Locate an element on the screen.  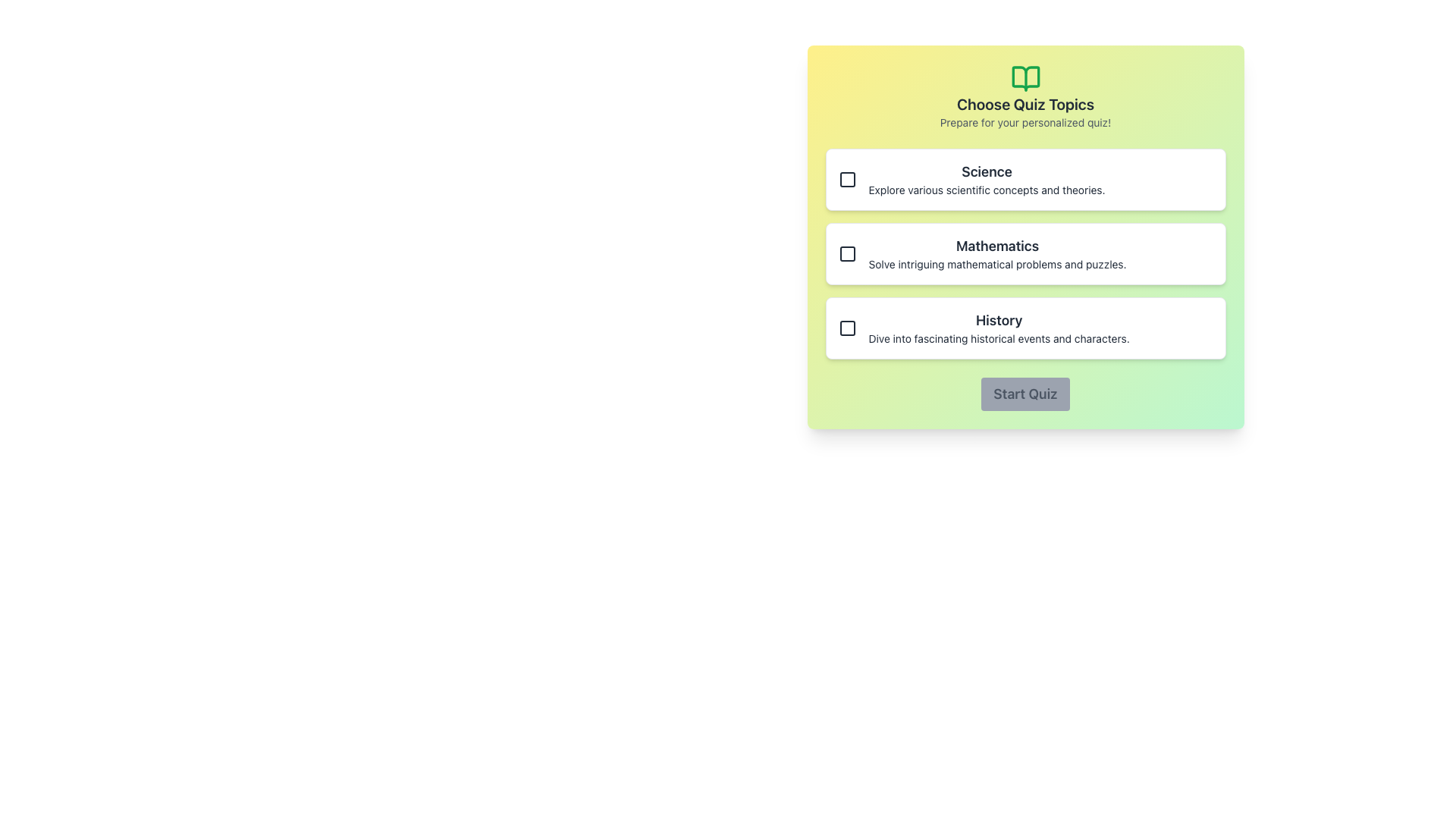
the static text heading element displaying 'Choose Quiz Topics', which is styled with a bold font and located below a green book icon is located at coordinates (1025, 104).